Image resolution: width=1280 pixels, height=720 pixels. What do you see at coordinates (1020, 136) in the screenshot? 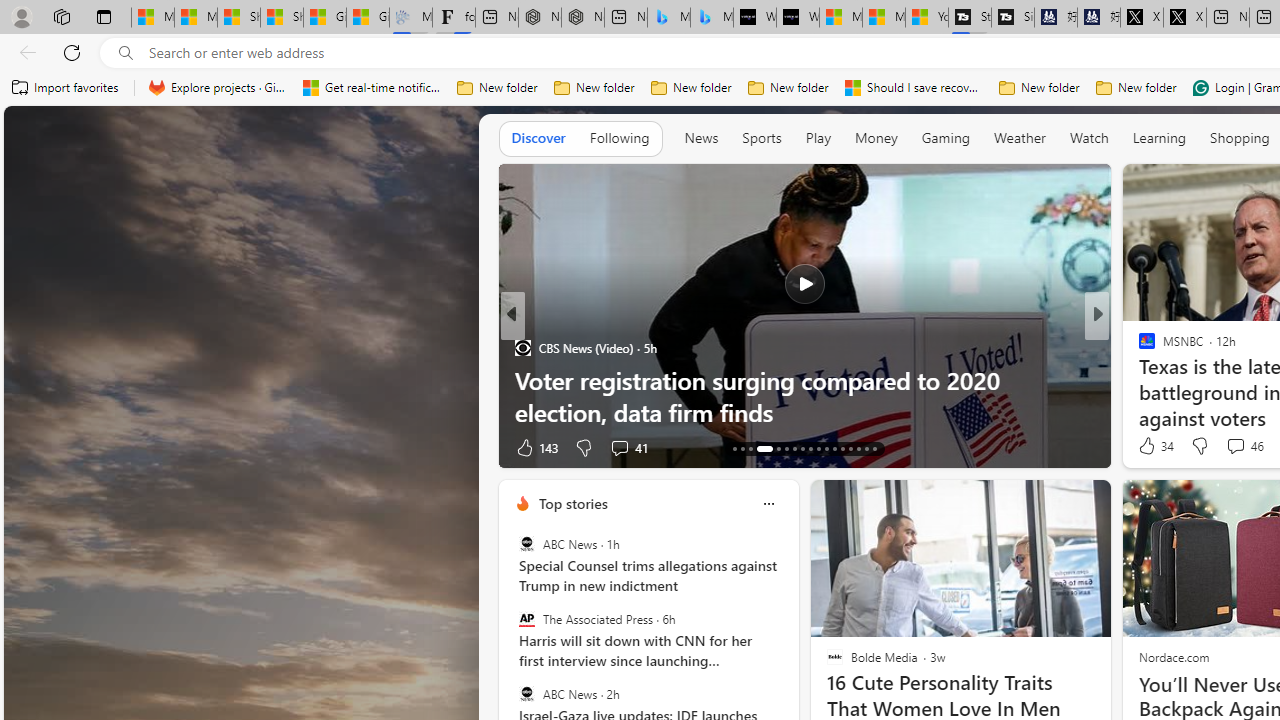
I see `'Weather'` at bounding box center [1020, 136].